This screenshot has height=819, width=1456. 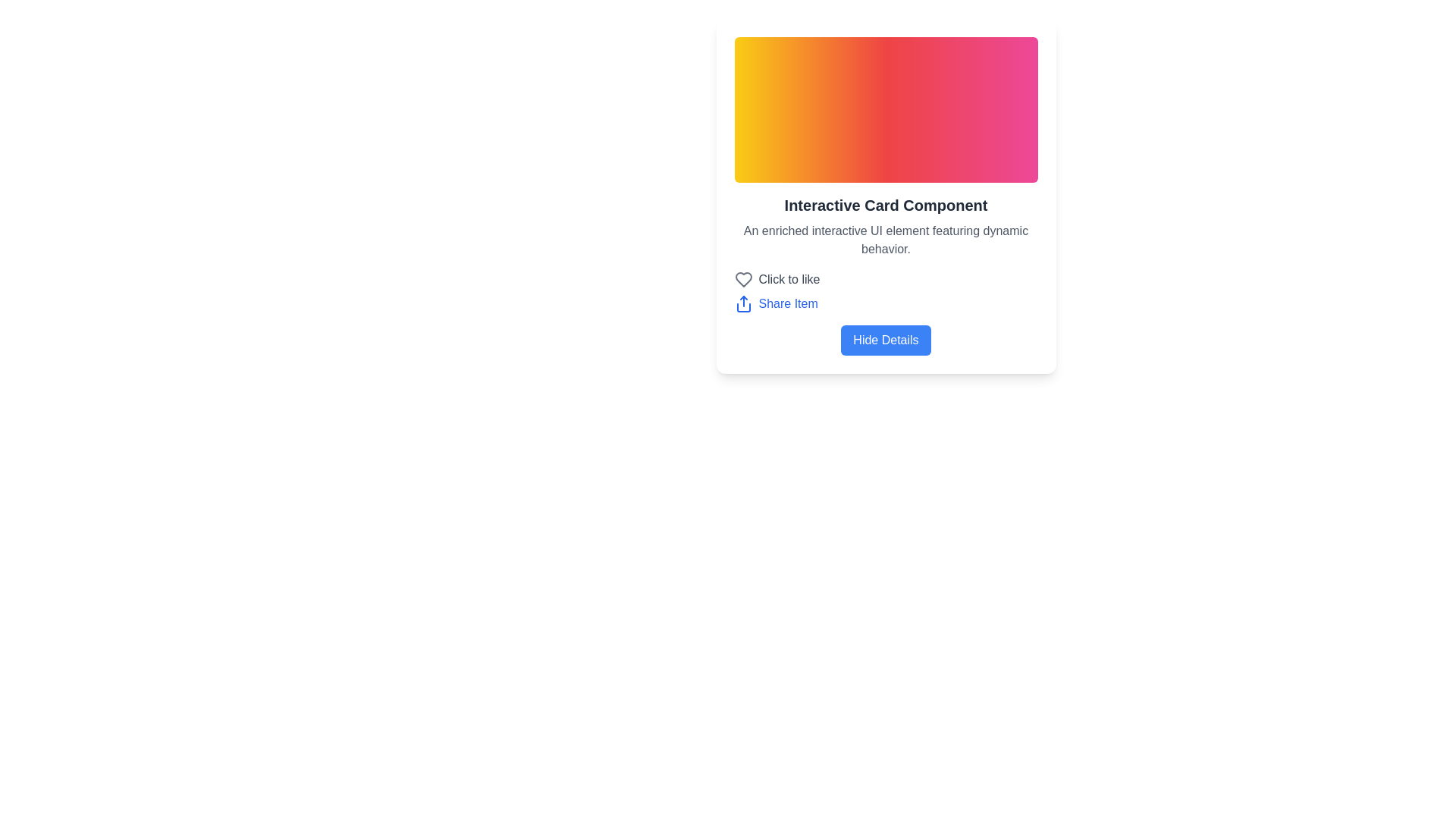 I want to click on the 'Hide Details' button, which is a blue rectangular button with rounded corners located at the bottom of the 'Interactive Card Component', below the 'Share Item' link, so click(x=886, y=339).